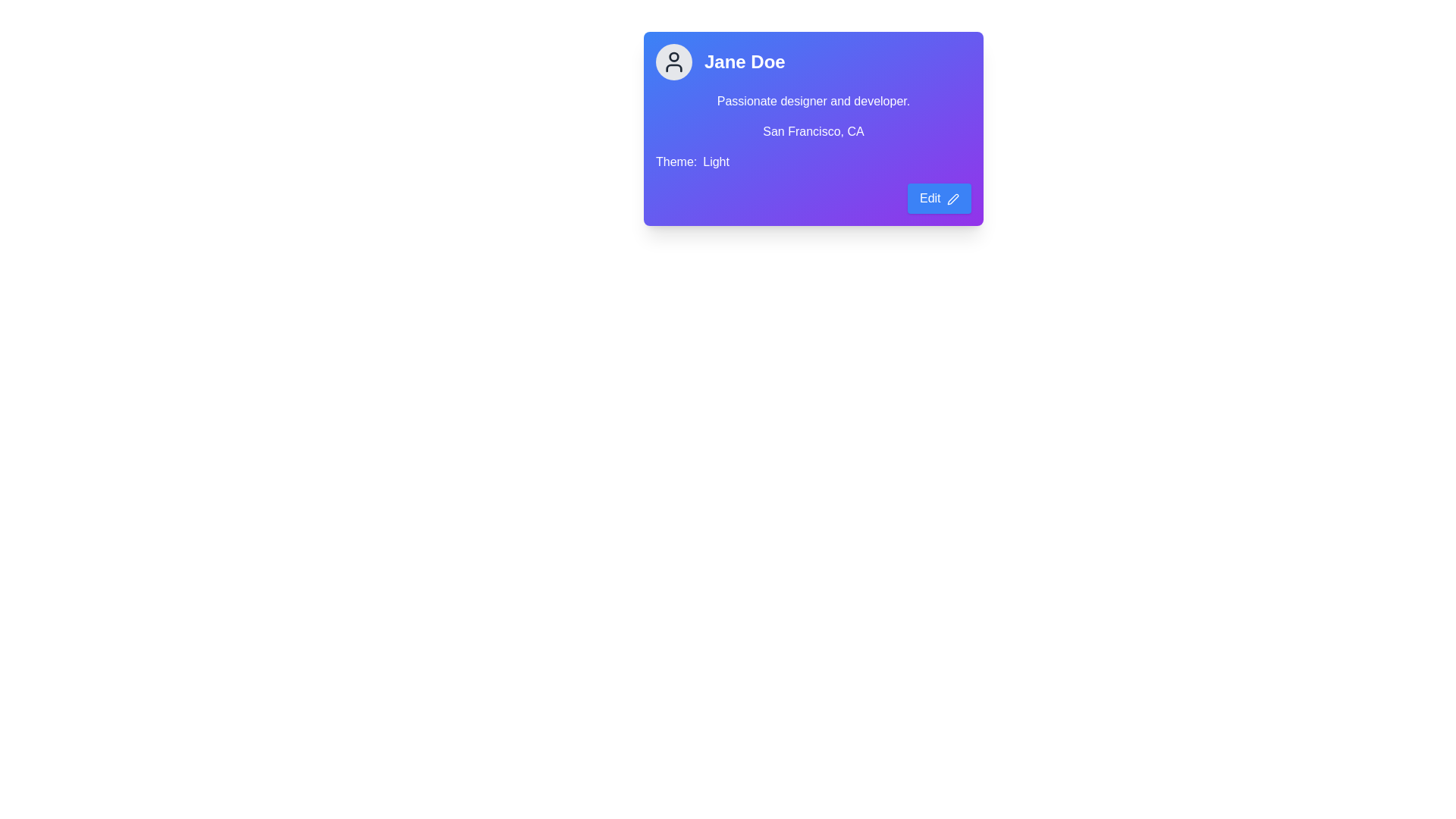 Image resolution: width=1456 pixels, height=819 pixels. What do you see at coordinates (938, 198) in the screenshot?
I see `the 'Edit' button located at the bottom-right corner of the card interface, directly below the descriptive text about 'Jane Doe'` at bounding box center [938, 198].